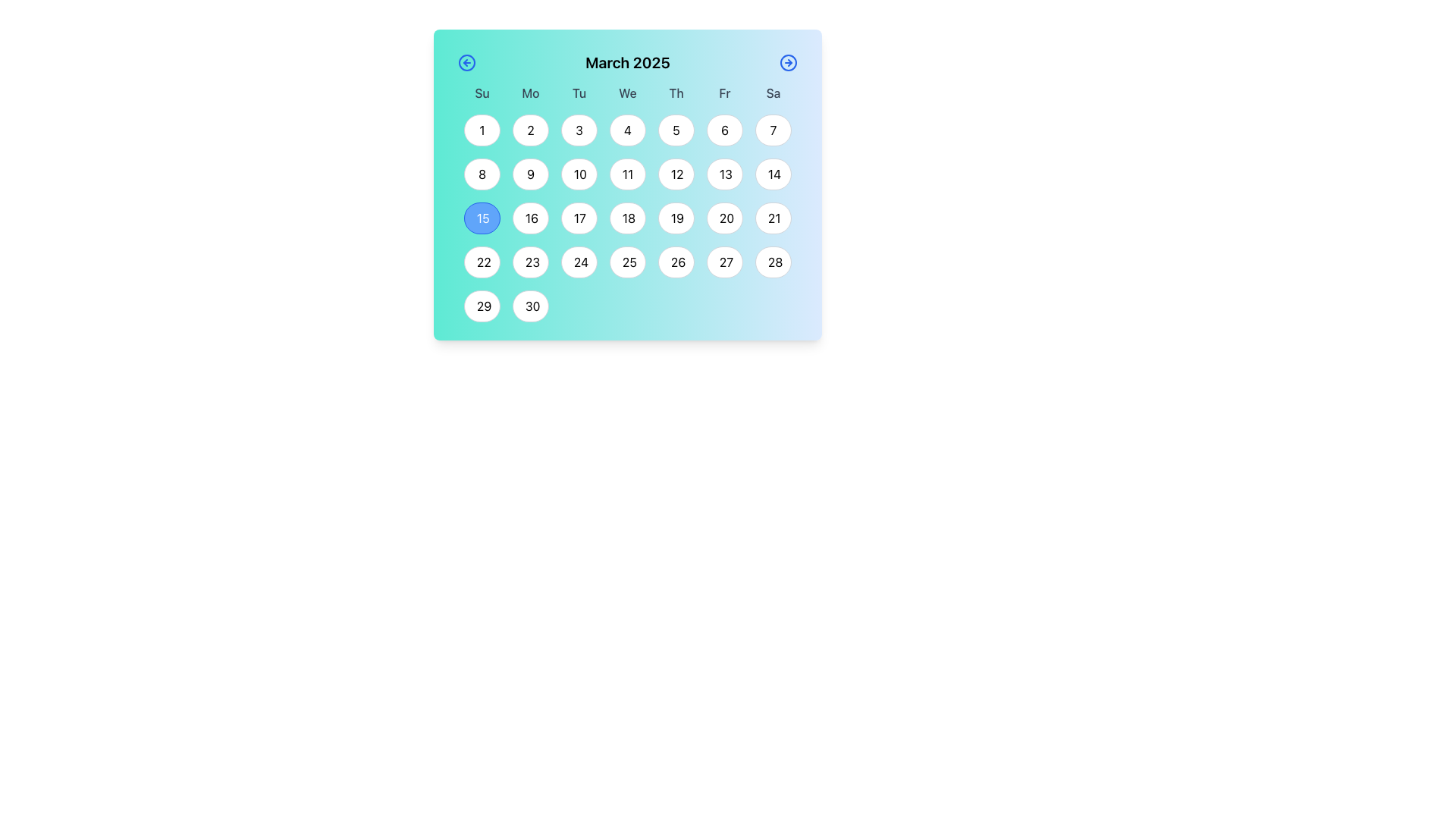  I want to click on the button that selects the 18th day of March 2025 in the calendar view, so click(628, 212).